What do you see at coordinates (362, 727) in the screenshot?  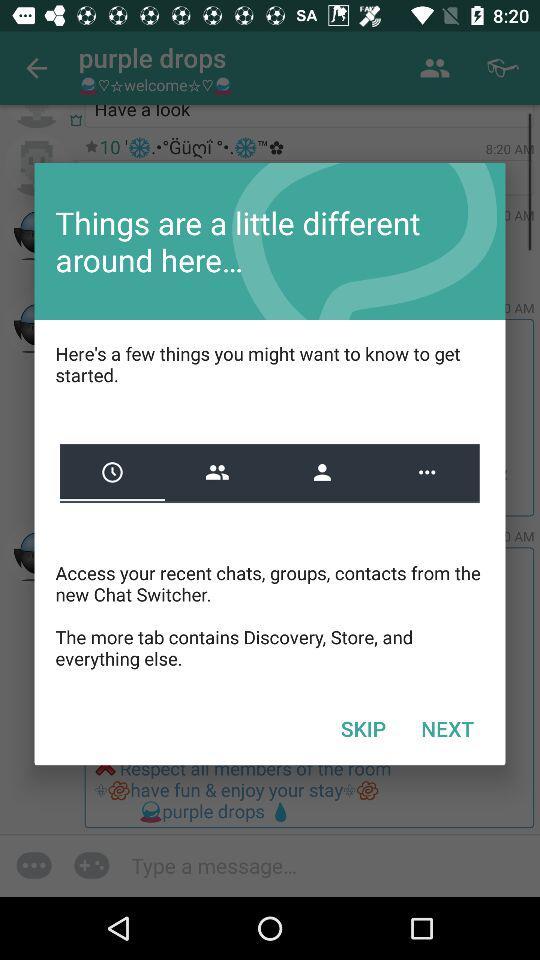 I see `item to the left of the next item` at bounding box center [362, 727].